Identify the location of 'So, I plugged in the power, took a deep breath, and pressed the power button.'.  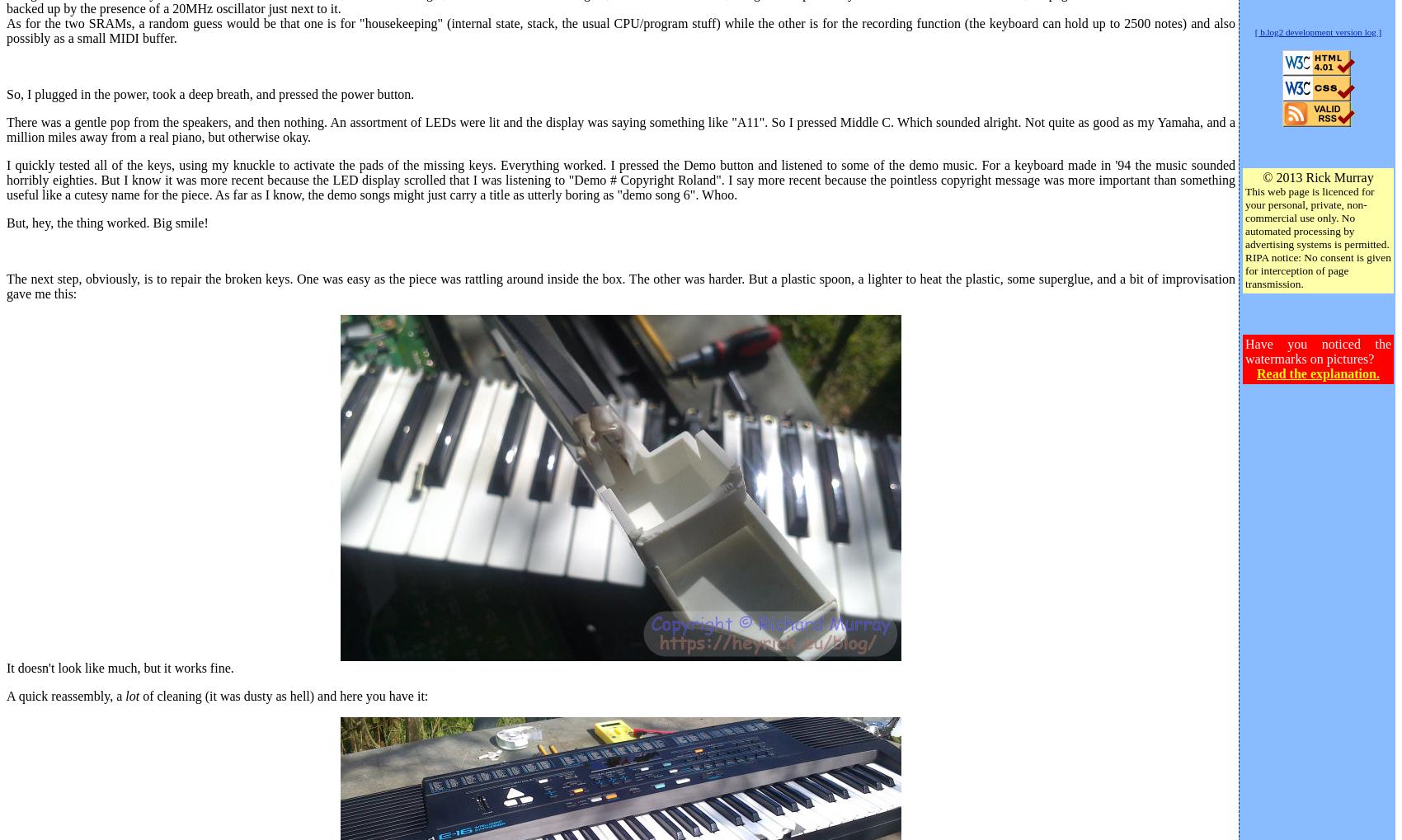
(210, 92).